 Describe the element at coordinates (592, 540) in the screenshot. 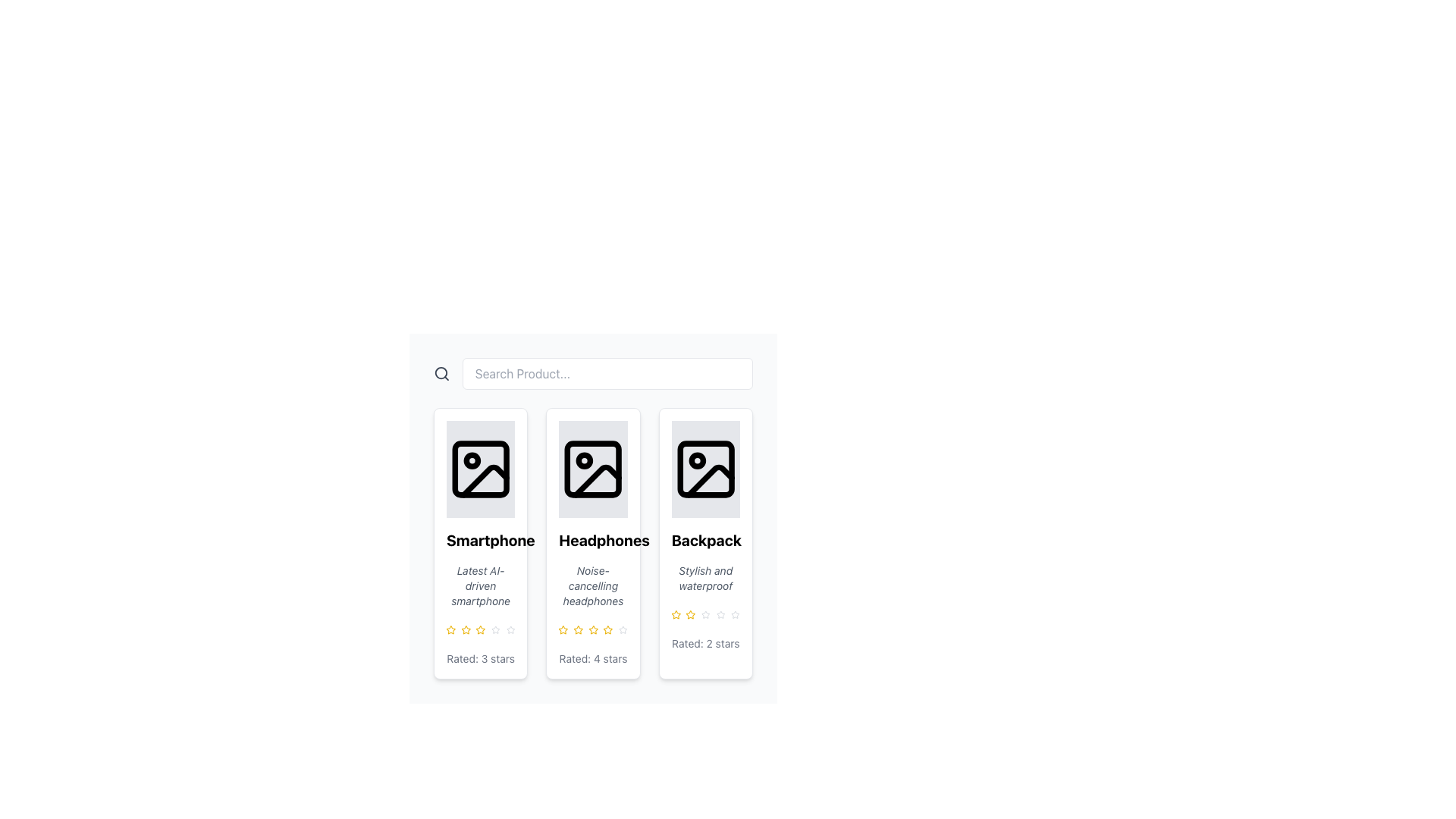

I see `text label that reads 'Headphones', which is styled in bold font and located prominently in the second product card, beneath the product icon and above the description 'Noise-cancelling headphones'` at that location.